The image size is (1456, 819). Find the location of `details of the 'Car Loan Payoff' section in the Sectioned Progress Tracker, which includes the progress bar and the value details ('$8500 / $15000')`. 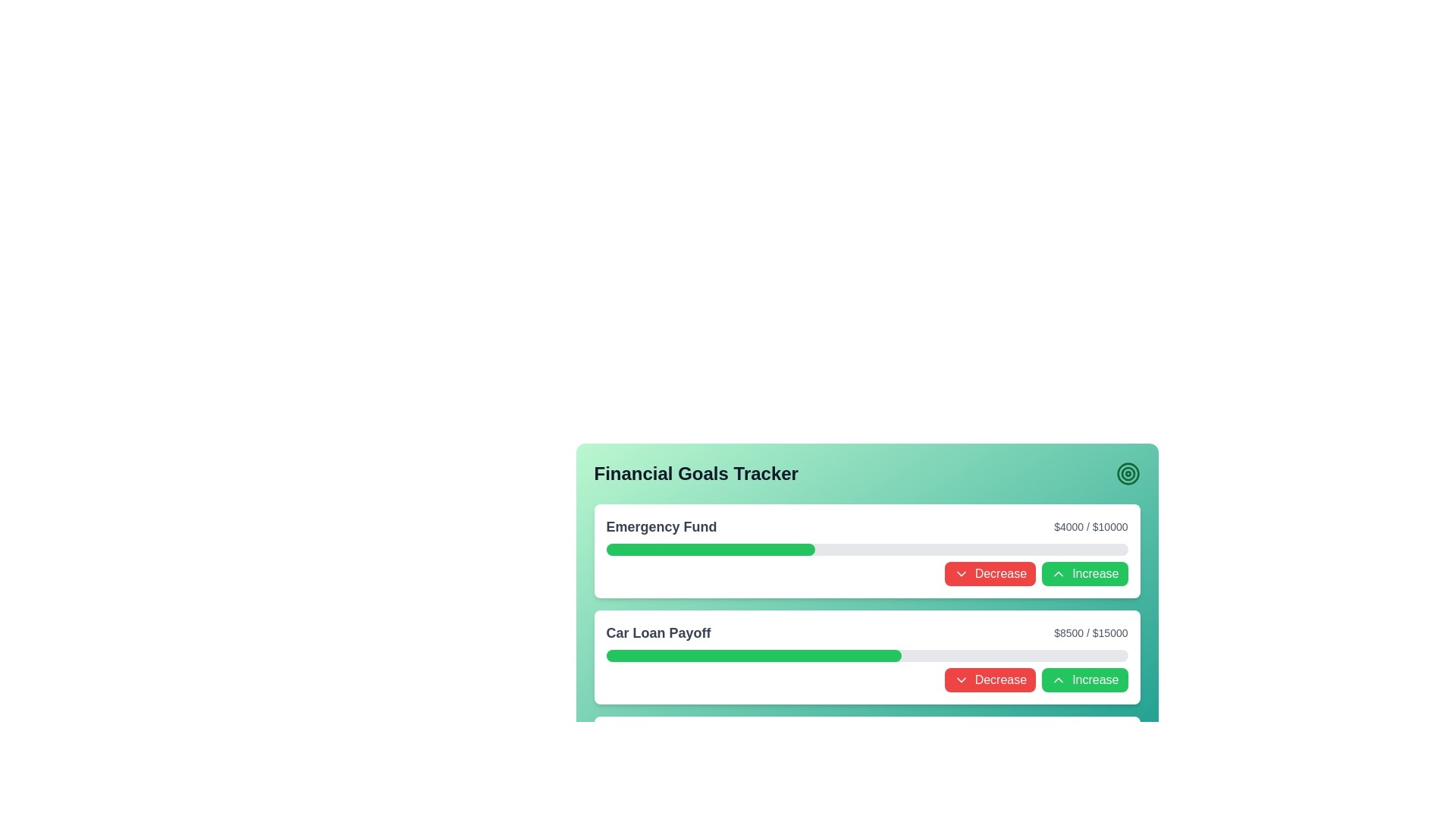

details of the 'Car Loan Payoff' section in the Sectioned Progress Tracker, which includes the progress bar and the value details ('$8500 / $15000') is located at coordinates (867, 657).